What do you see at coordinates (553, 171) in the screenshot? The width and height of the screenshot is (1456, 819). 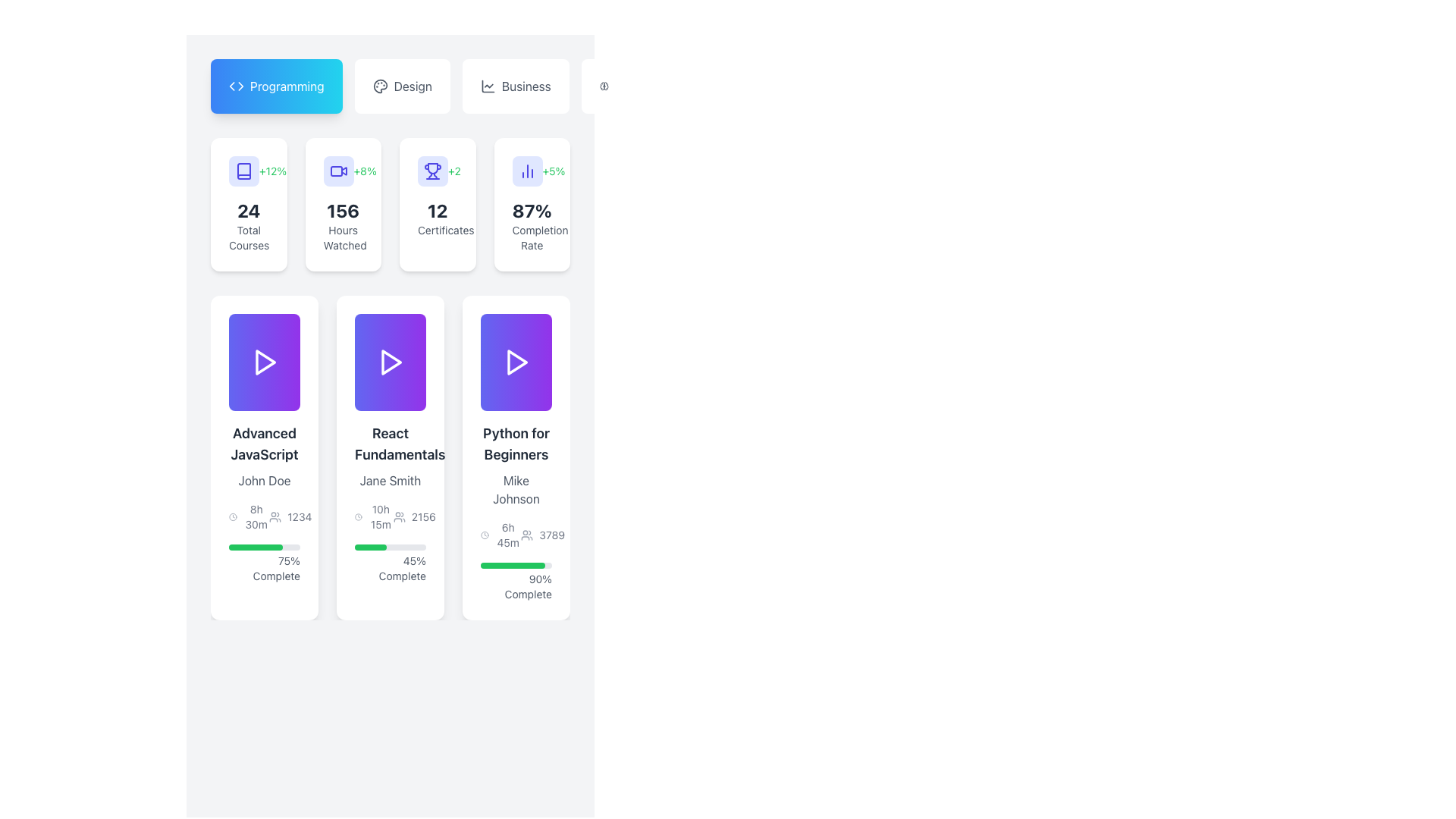 I see `the Text label indicating the percentage increase in the Completion Rate metric card located in the top right section of the interface, adjacent to the bar chart icon` at bounding box center [553, 171].